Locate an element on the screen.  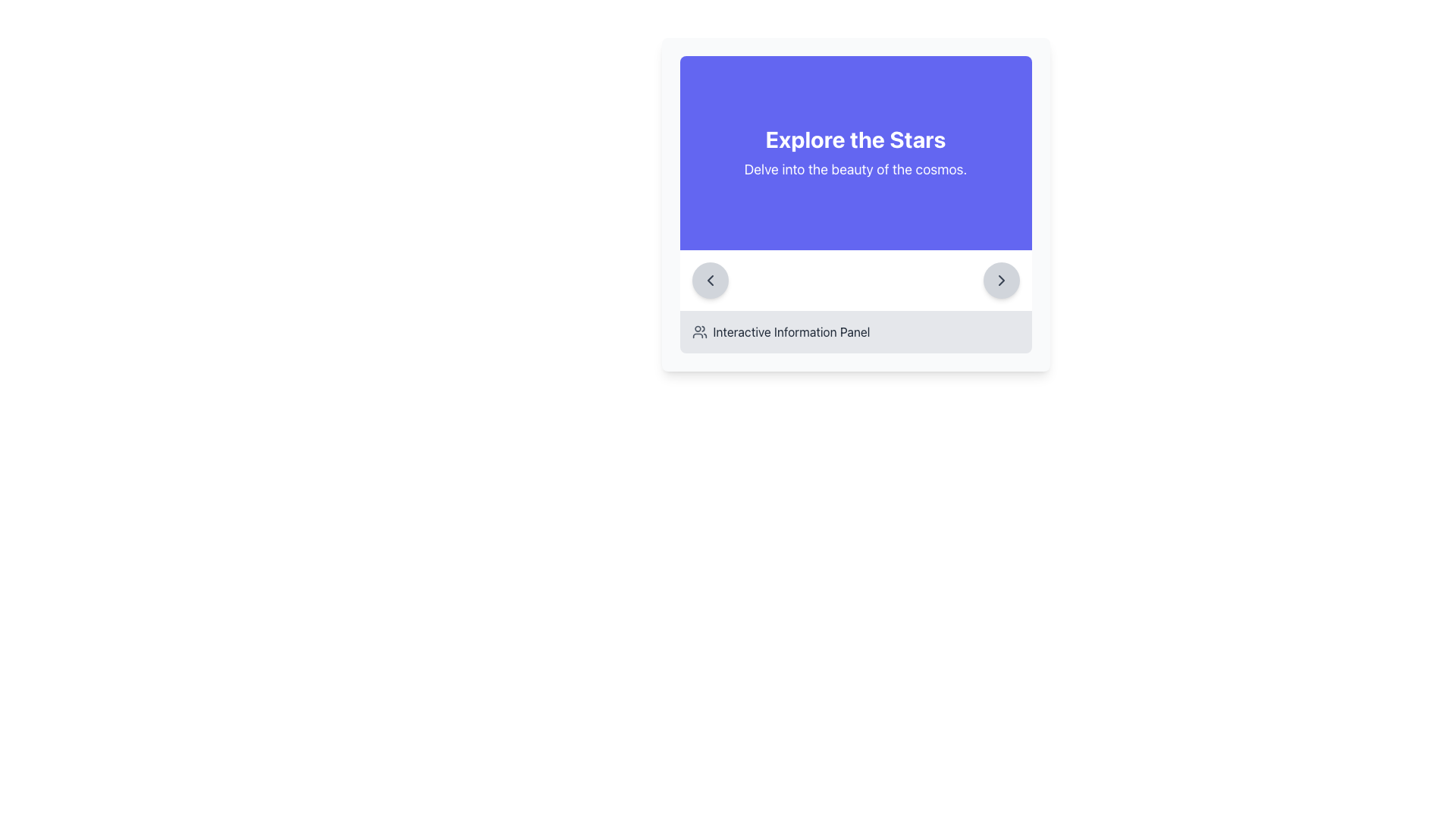
descriptive subtitle text located centrally below the main heading 'Explore the Stars' in the purple section of the interface is located at coordinates (855, 169).